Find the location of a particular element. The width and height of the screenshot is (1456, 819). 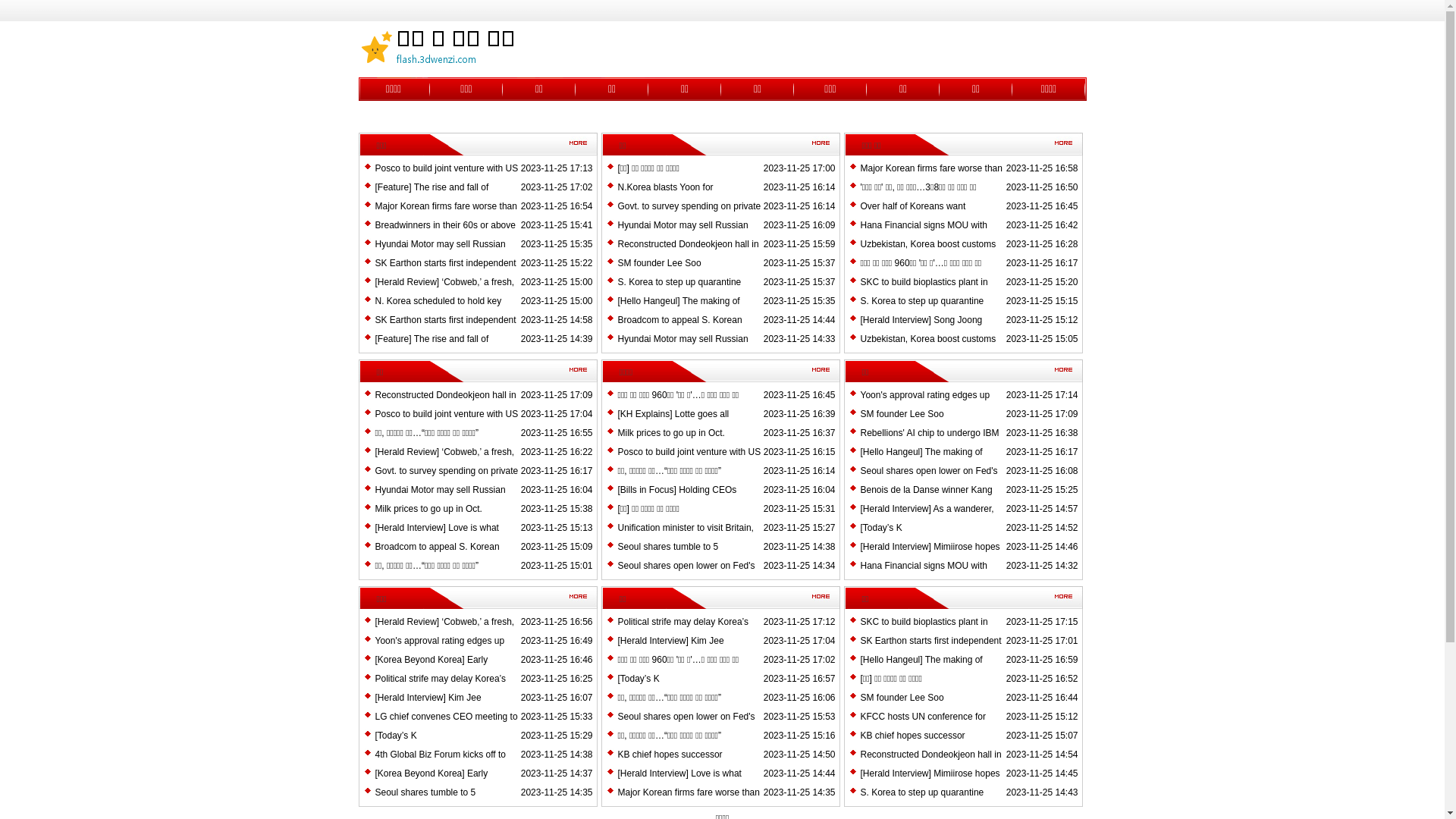

'4th Global Biz Forum kicks off to discuss 'next prosperity'' is located at coordinates (439, 763).